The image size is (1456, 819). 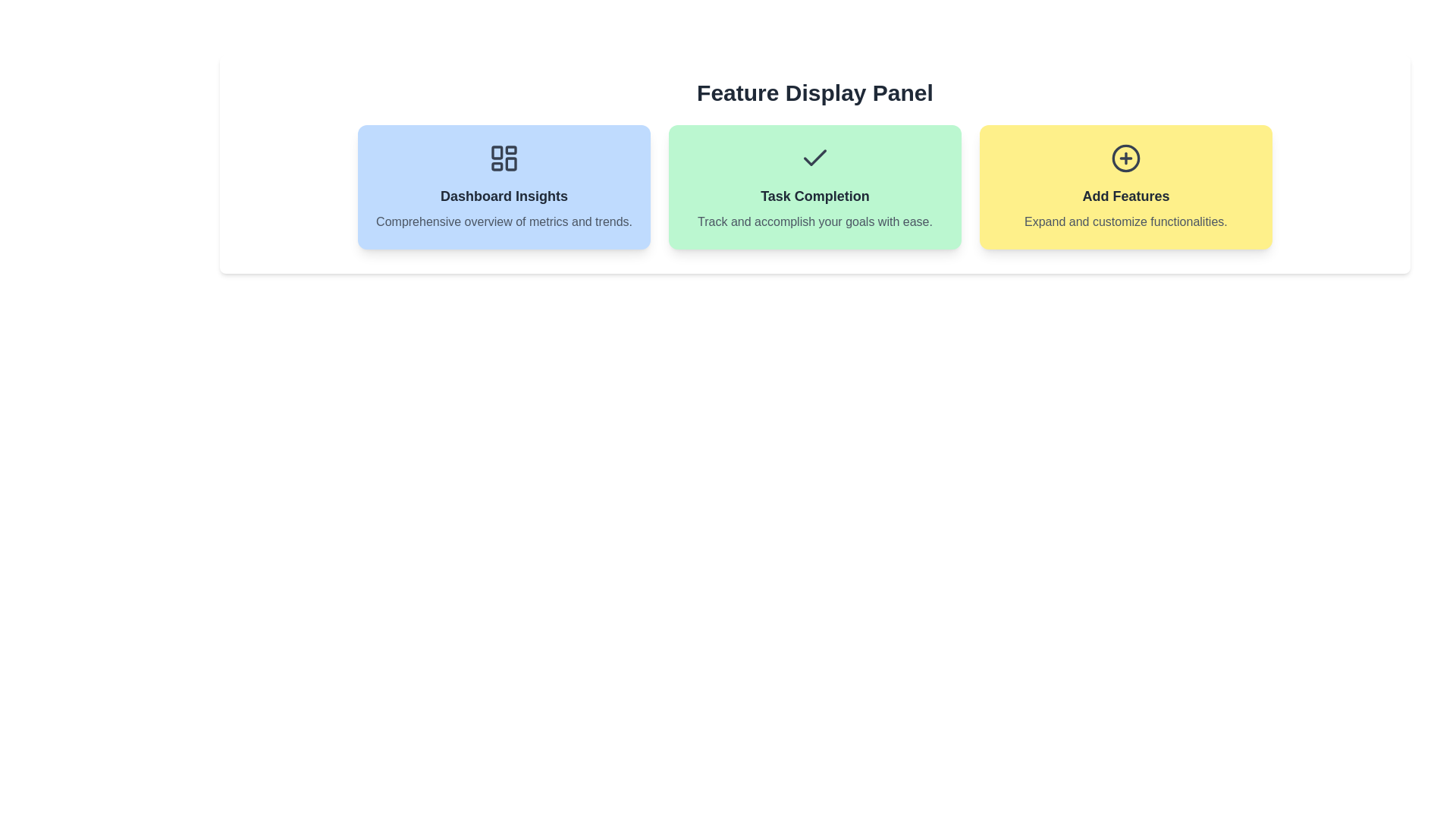 What do you see at coordinates (814, 186) in the screenshot?
I see `the Informational card titled 'Task Completion'` at bounding box center [814, 186].